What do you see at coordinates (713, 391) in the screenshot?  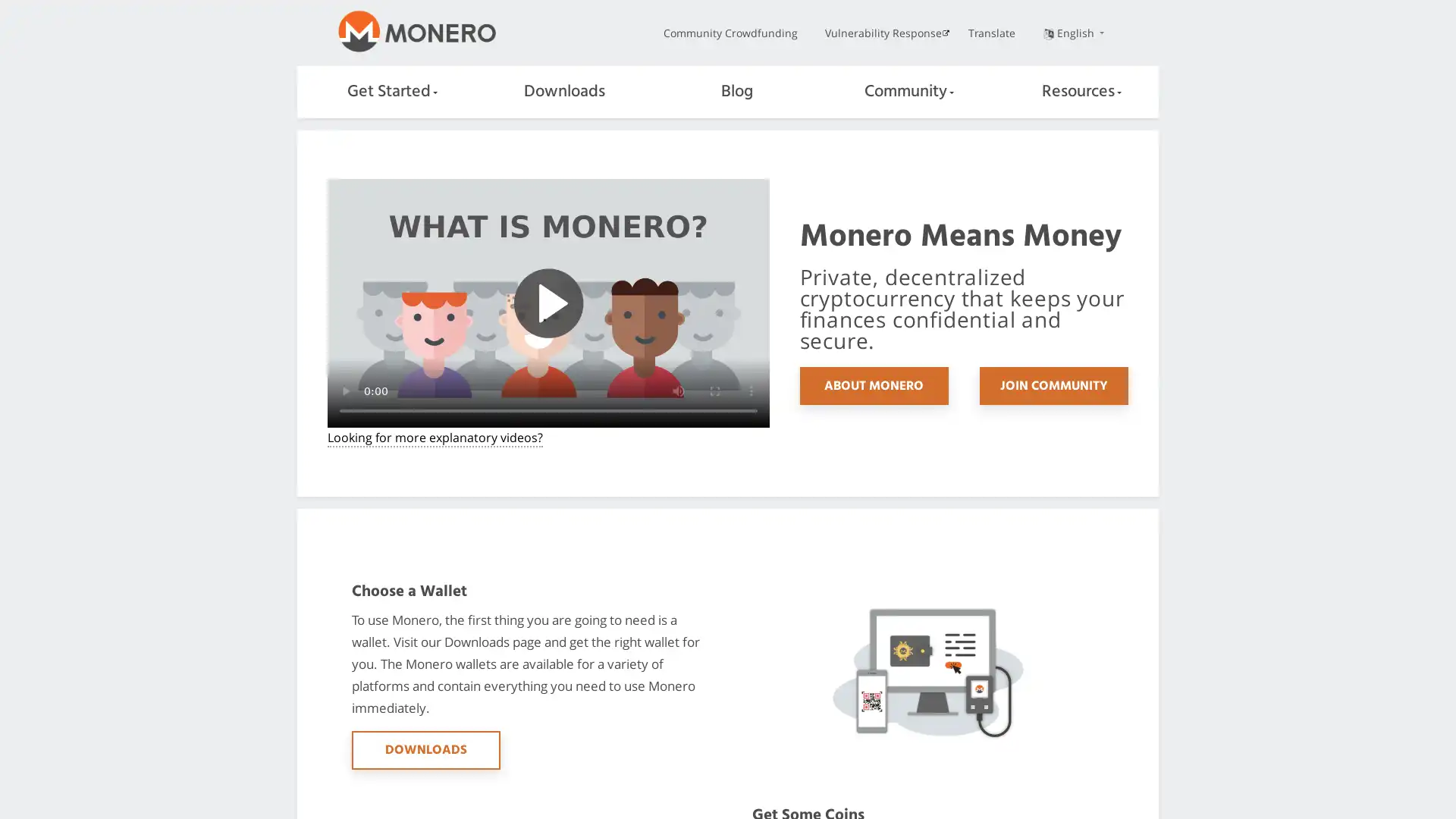 I see `enter full screen` at bounding box center [713, 391].